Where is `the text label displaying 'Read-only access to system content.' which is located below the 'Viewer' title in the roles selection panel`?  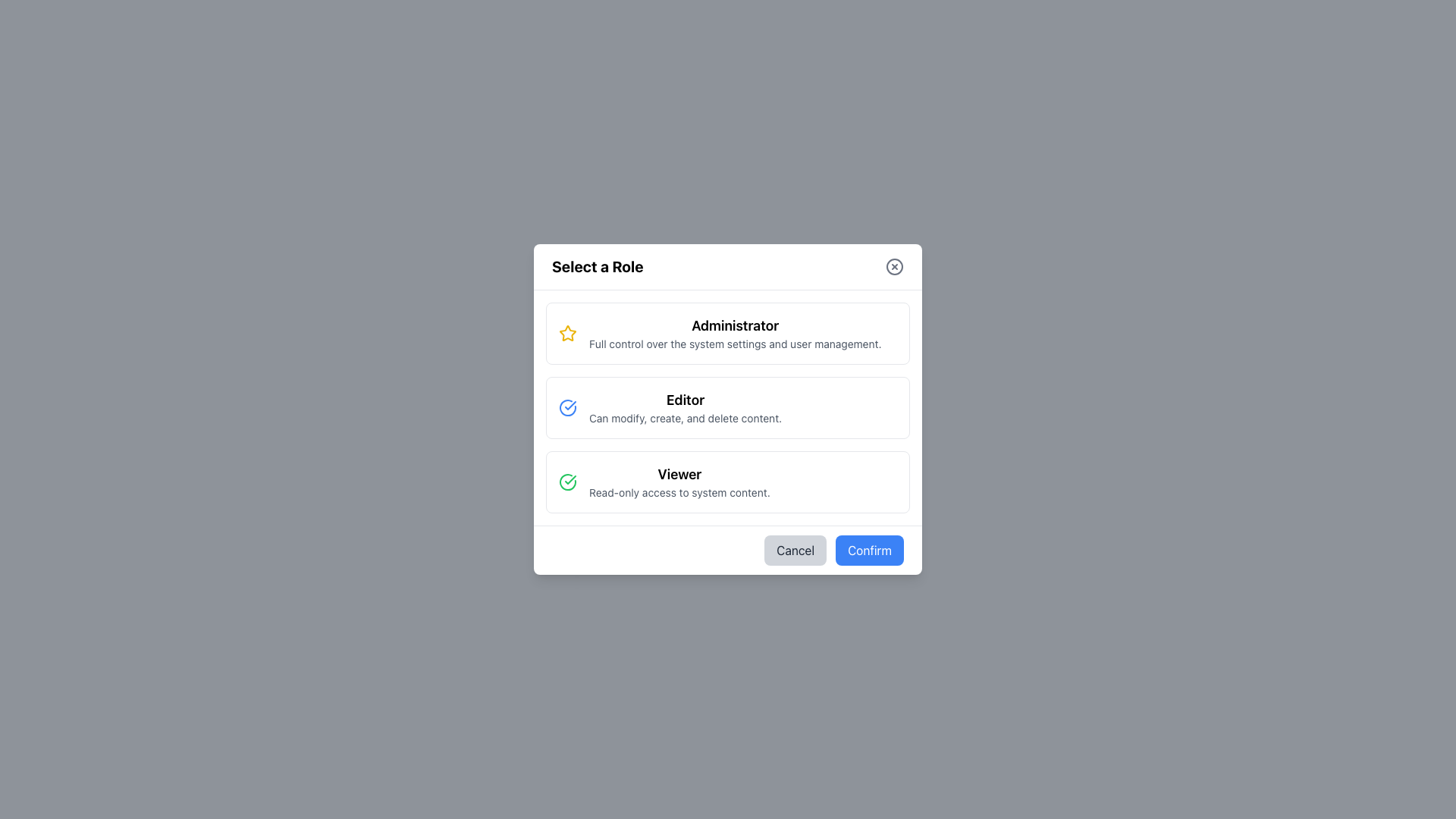 the text label displaying 'Read-only access to system content.' which is located below the 'Viewer' title in the roles selection panel is located at coordinates (679, 493).